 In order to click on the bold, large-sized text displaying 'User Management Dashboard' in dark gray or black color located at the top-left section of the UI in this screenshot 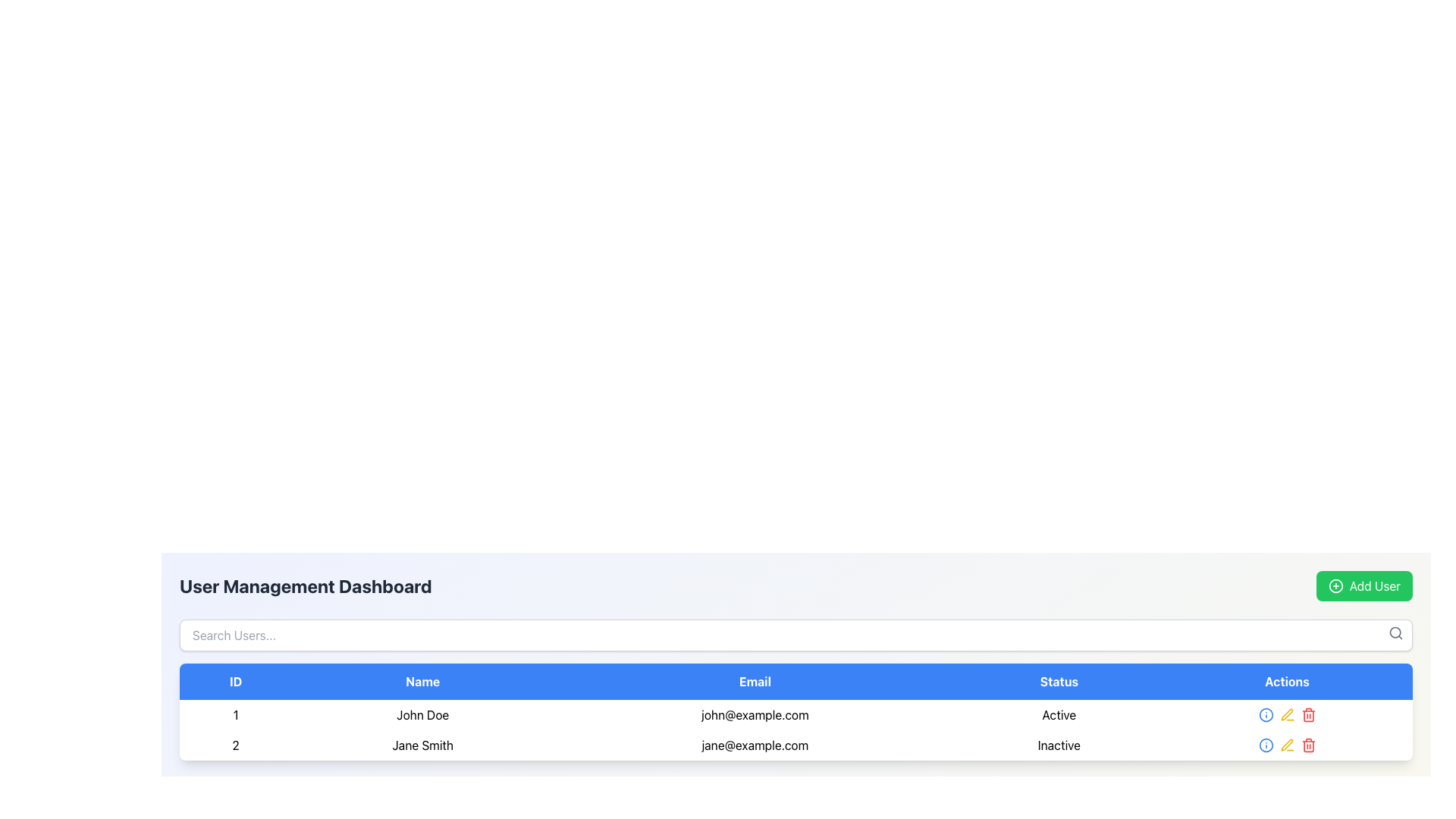, I will do `click(305, 585)`.